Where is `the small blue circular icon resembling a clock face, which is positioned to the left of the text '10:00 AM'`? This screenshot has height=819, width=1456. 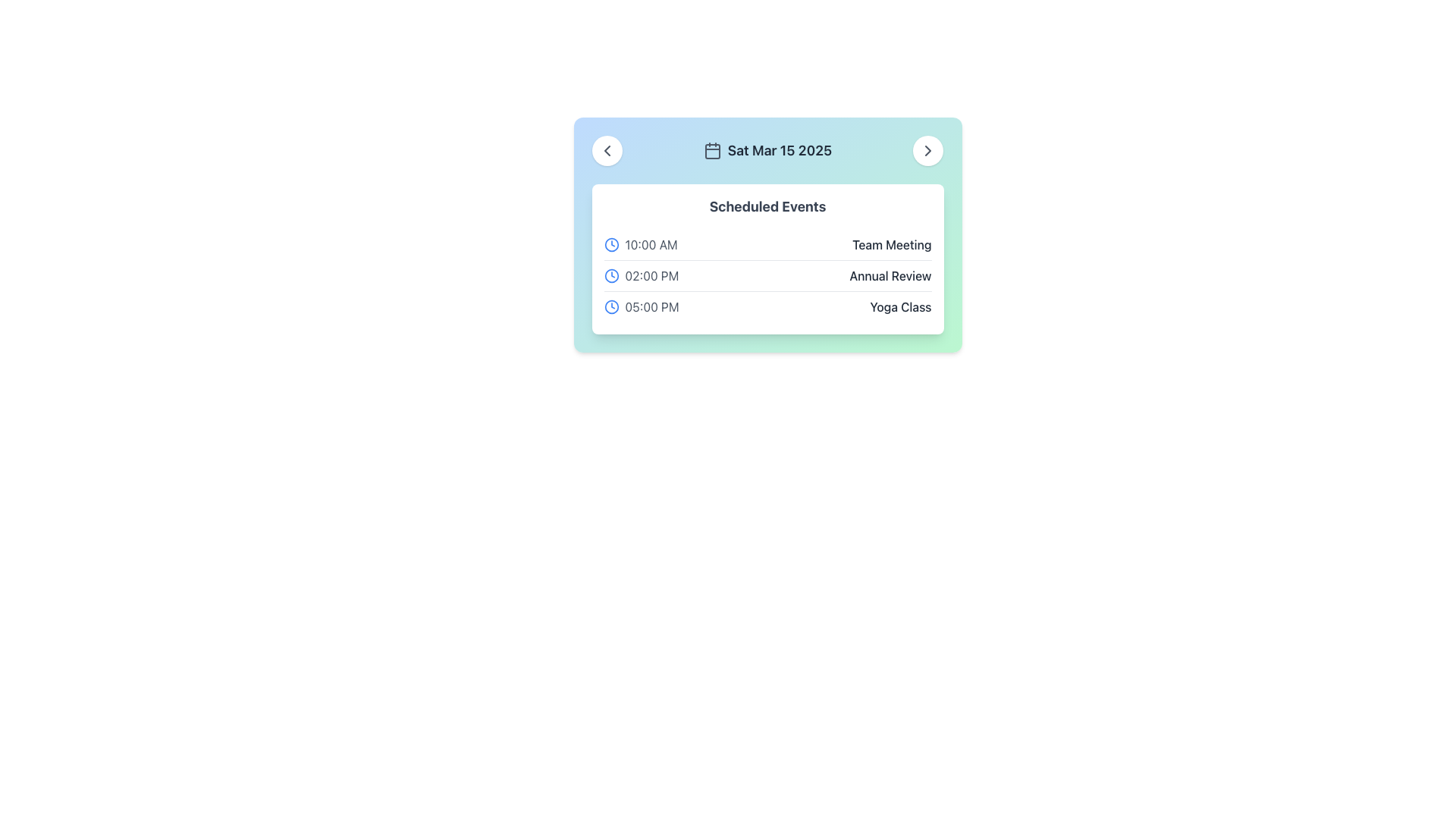
the small blue circular icon resembling a clock face, which is positioned to the left of the text '10:00 AM' is located at coordinates (611, 244).